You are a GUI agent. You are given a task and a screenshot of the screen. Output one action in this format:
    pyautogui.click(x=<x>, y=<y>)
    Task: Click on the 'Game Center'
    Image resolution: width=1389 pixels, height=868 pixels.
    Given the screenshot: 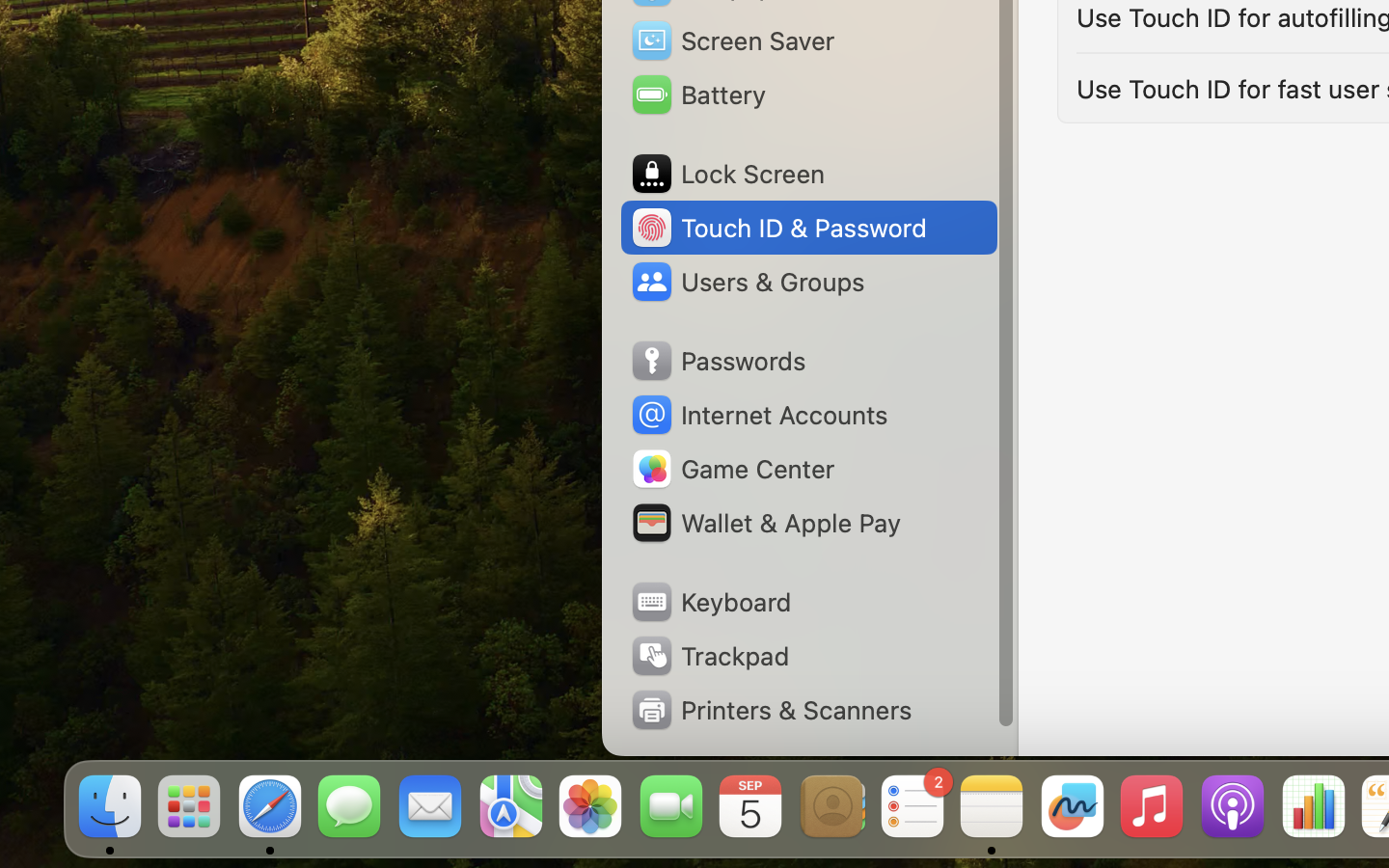 What is the action you would take?
    pyautogui.click(x=731, y=468)
    